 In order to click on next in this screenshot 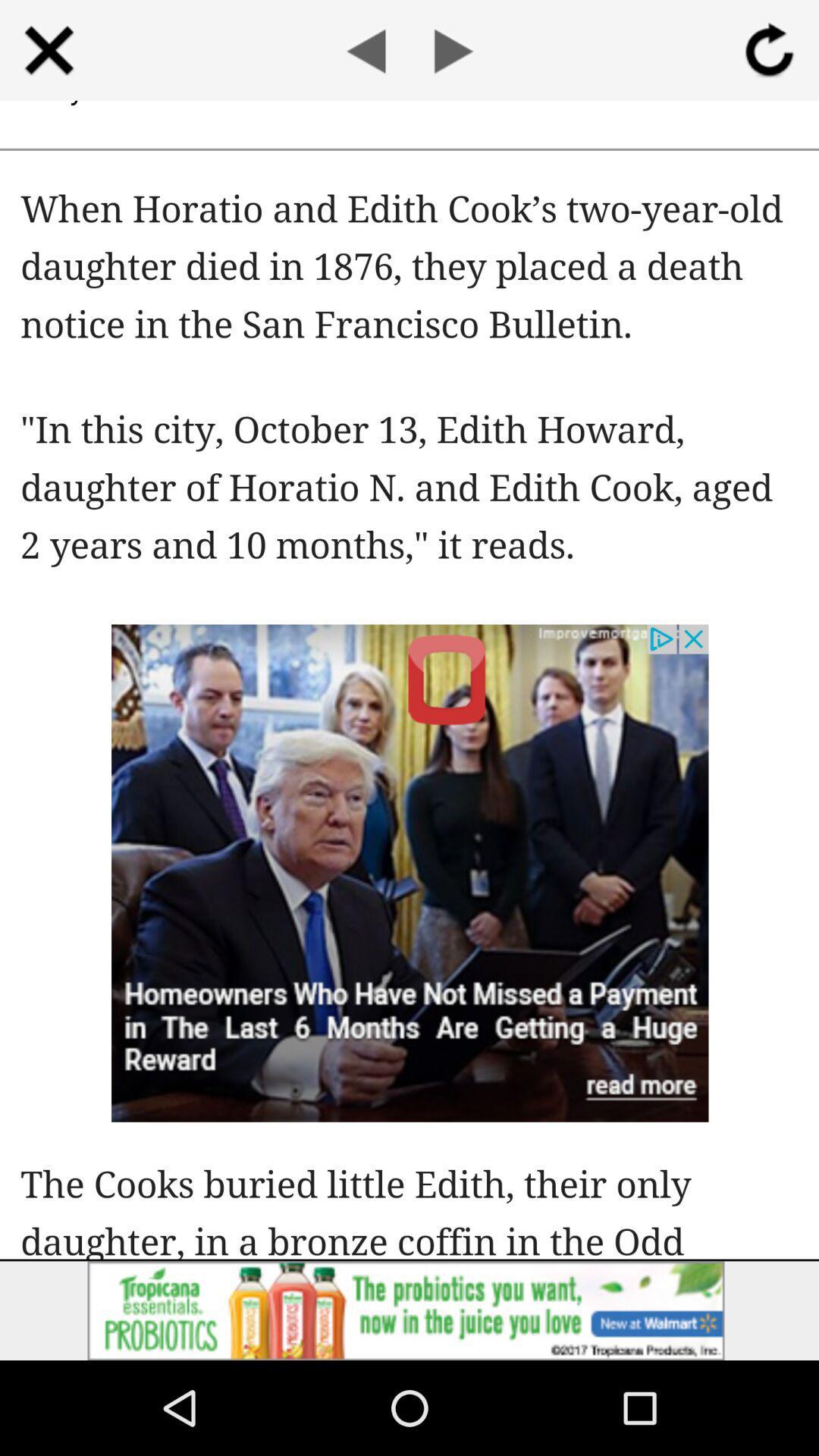, I will do `click(452, 50)`.